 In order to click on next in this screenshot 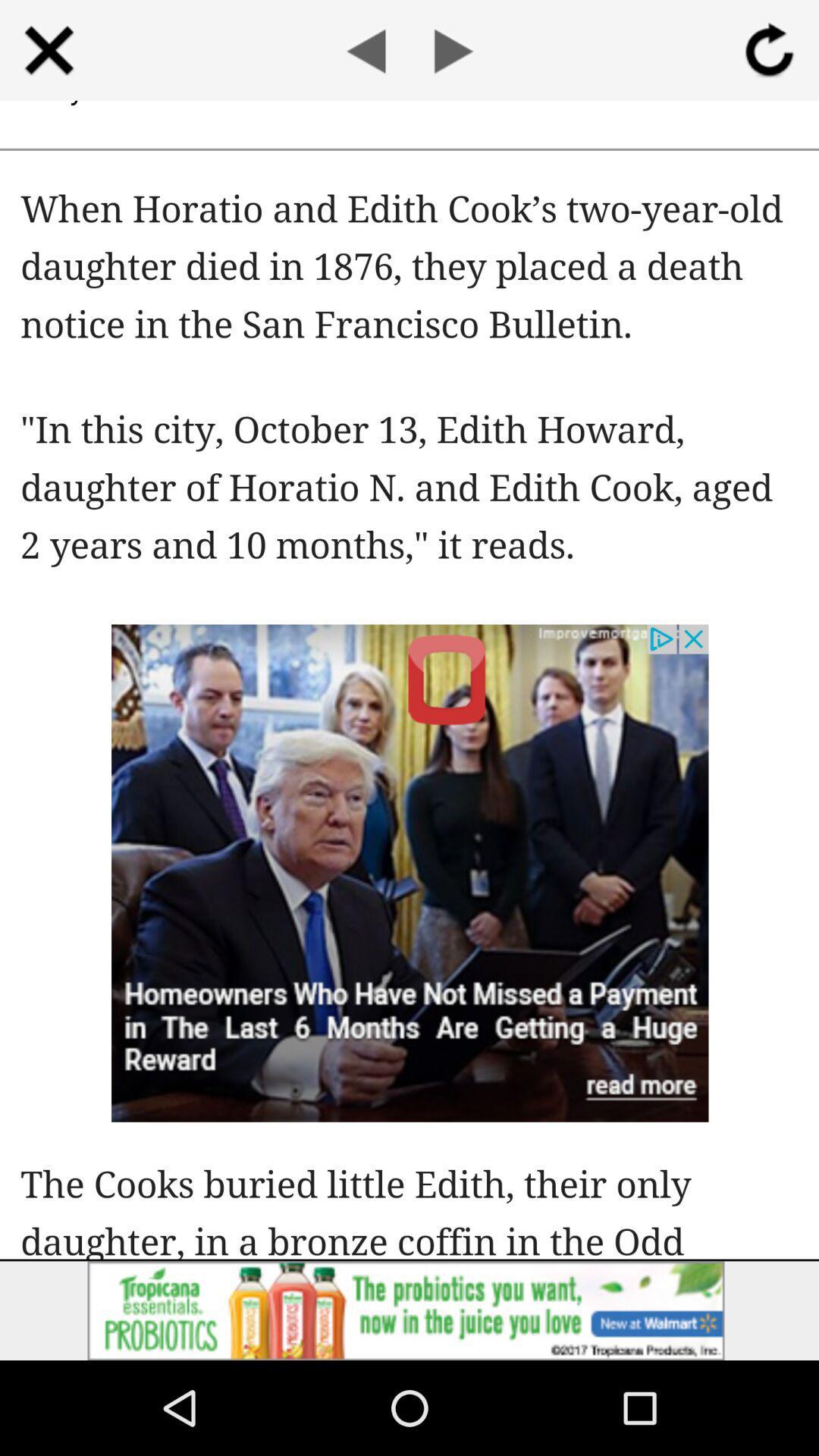, I will do `click(452, 50)`.